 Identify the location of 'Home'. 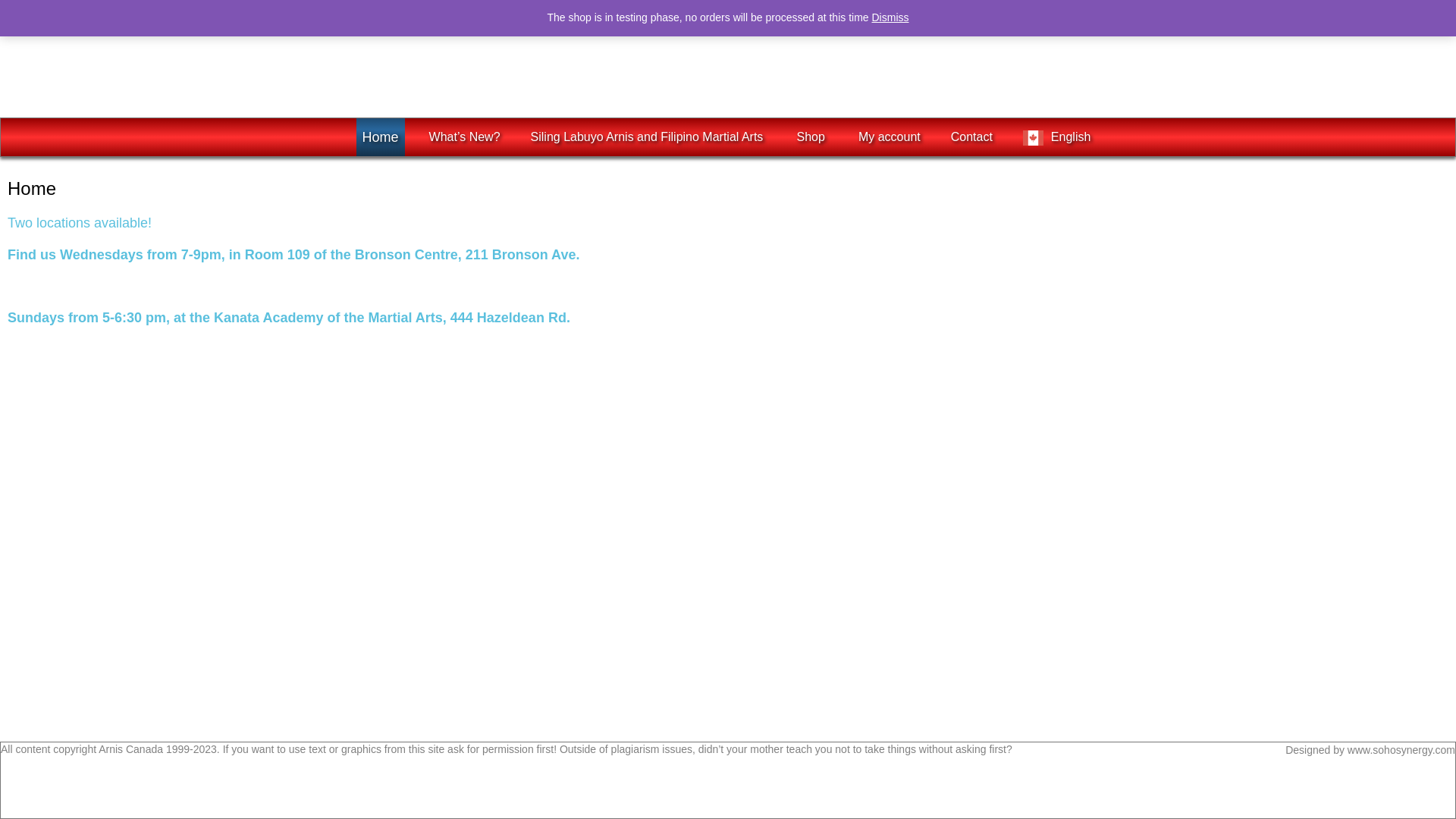
(381, 137).